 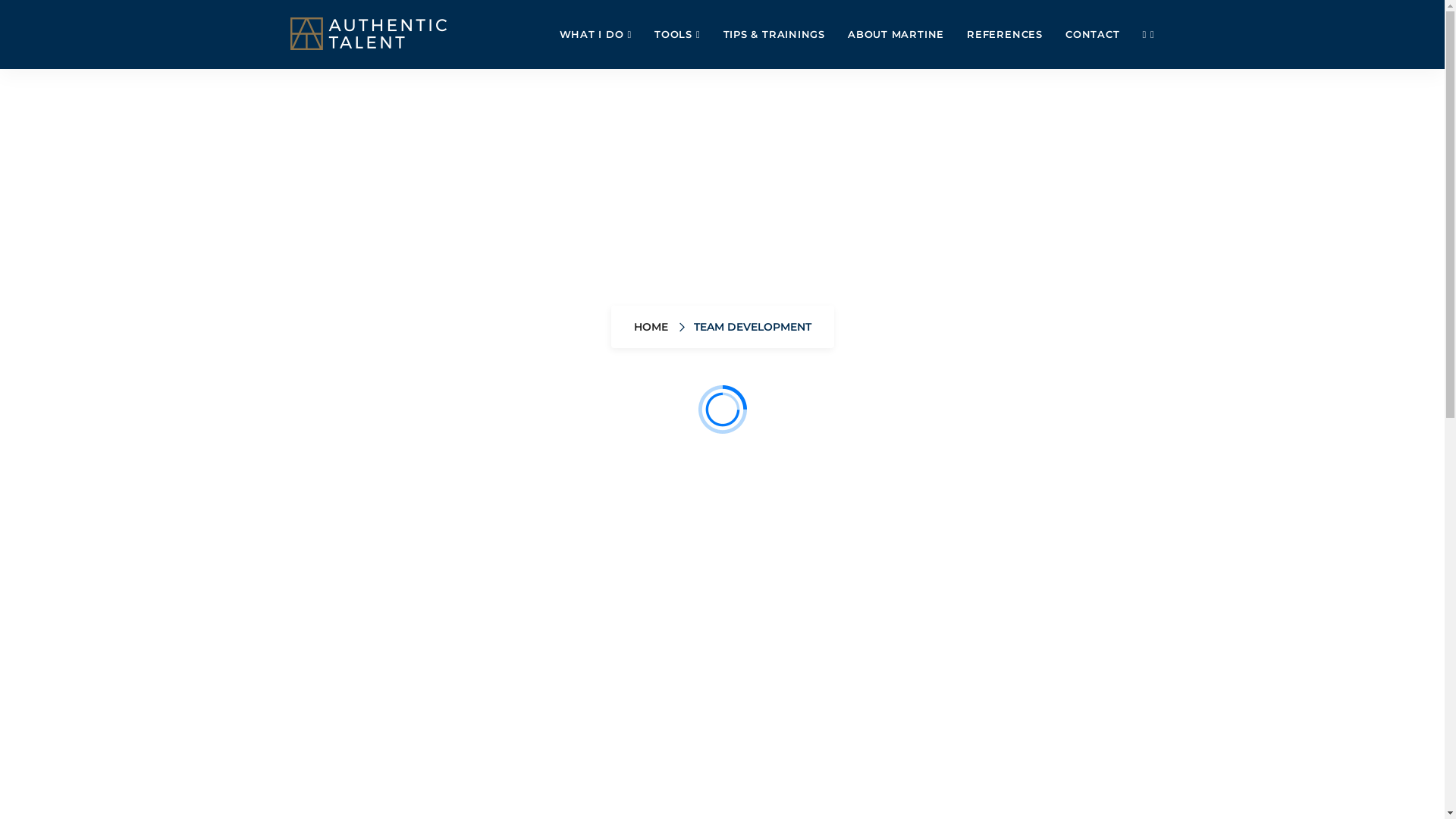 I want to click on 'Team assessment', so click(x=718, y=547).